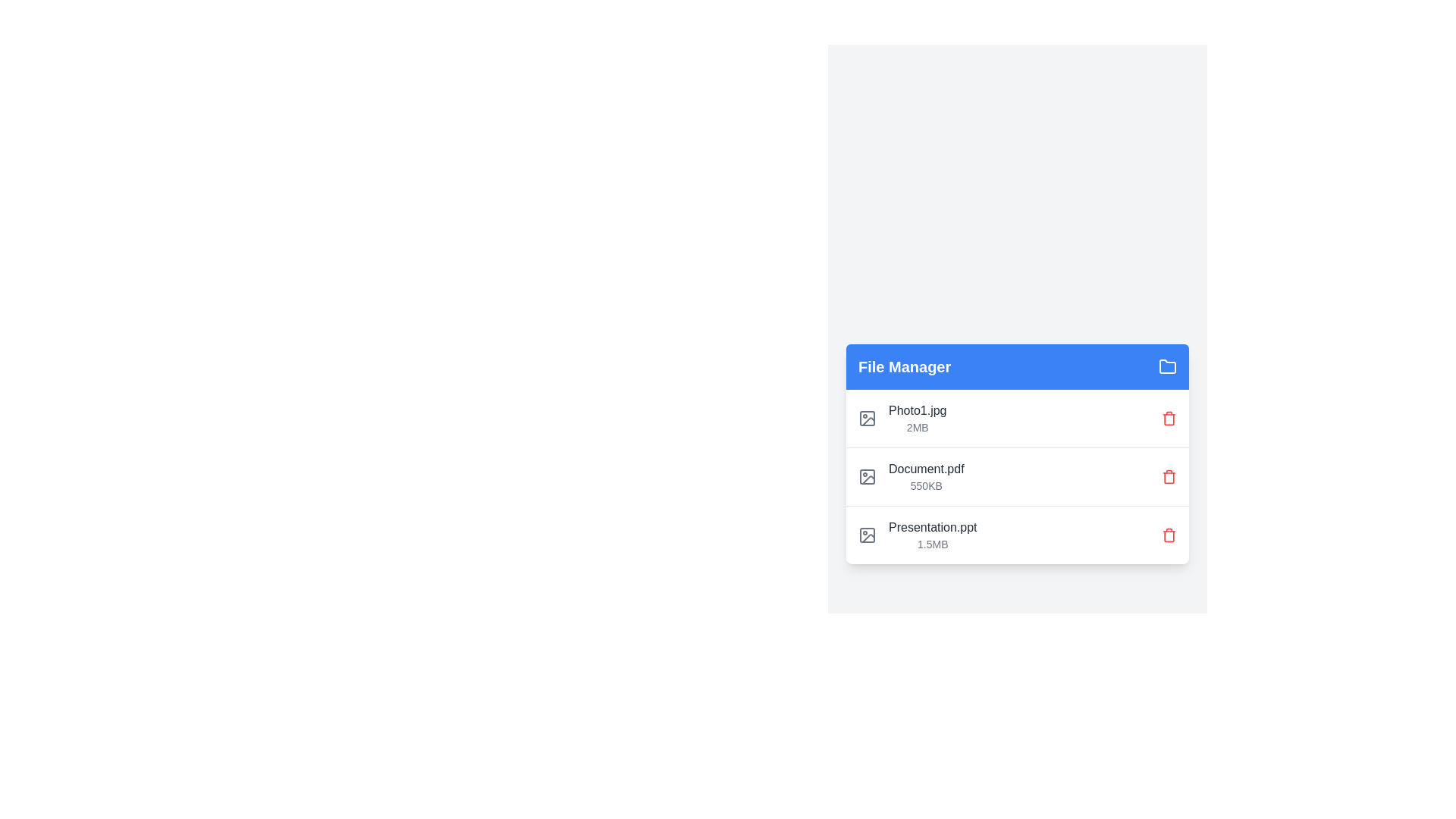  What do you see at coordinates (867, 534) in the screenshot?
I see `the light gray icon resembling an image, which is positioned to the left of the 'Presentation.ppt' text in the file listing` at bounding box center [867, 534].